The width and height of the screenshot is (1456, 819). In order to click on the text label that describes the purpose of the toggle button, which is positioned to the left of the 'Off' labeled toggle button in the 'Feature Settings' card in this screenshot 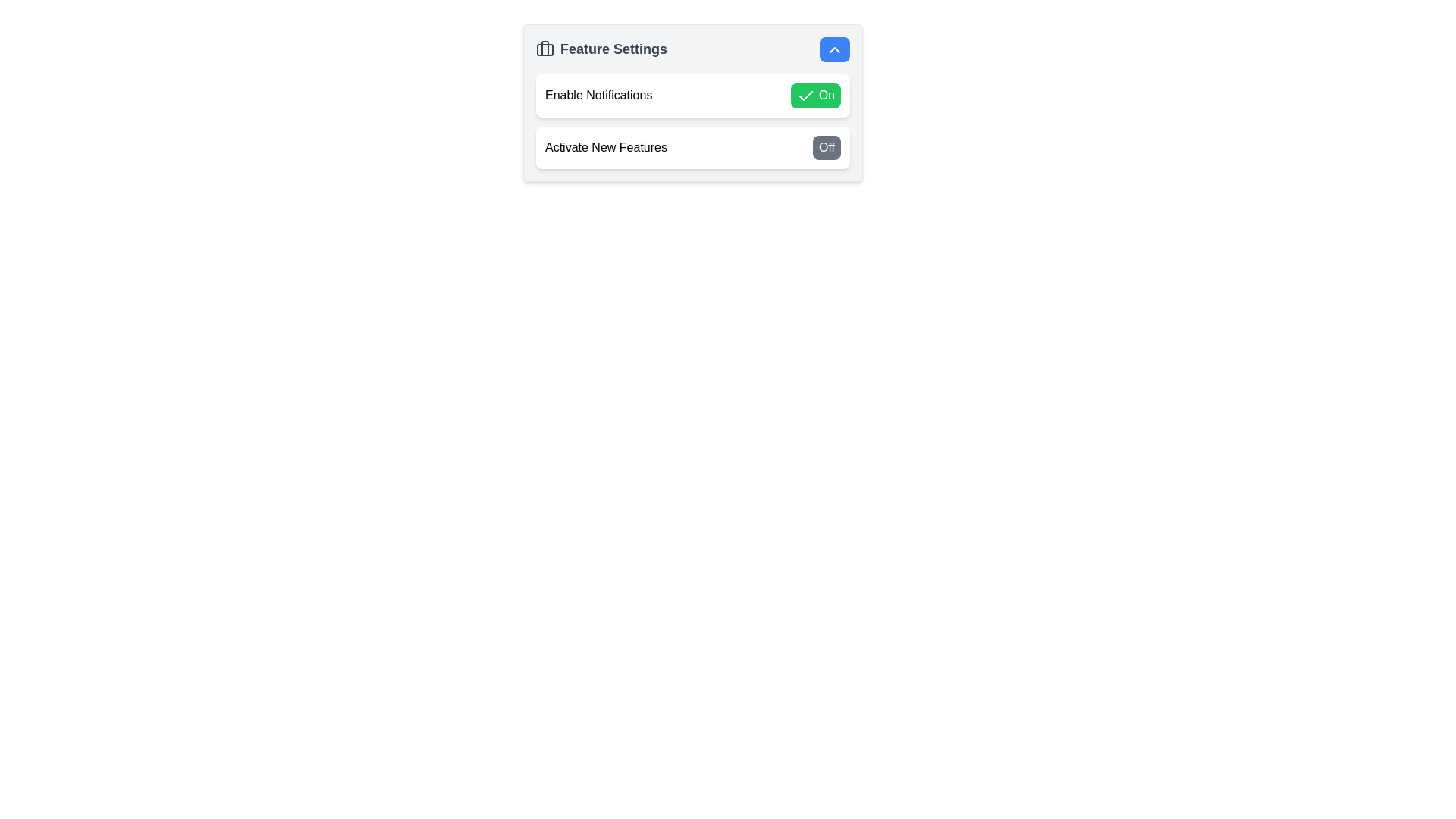, I will do `click(605, 147)`.